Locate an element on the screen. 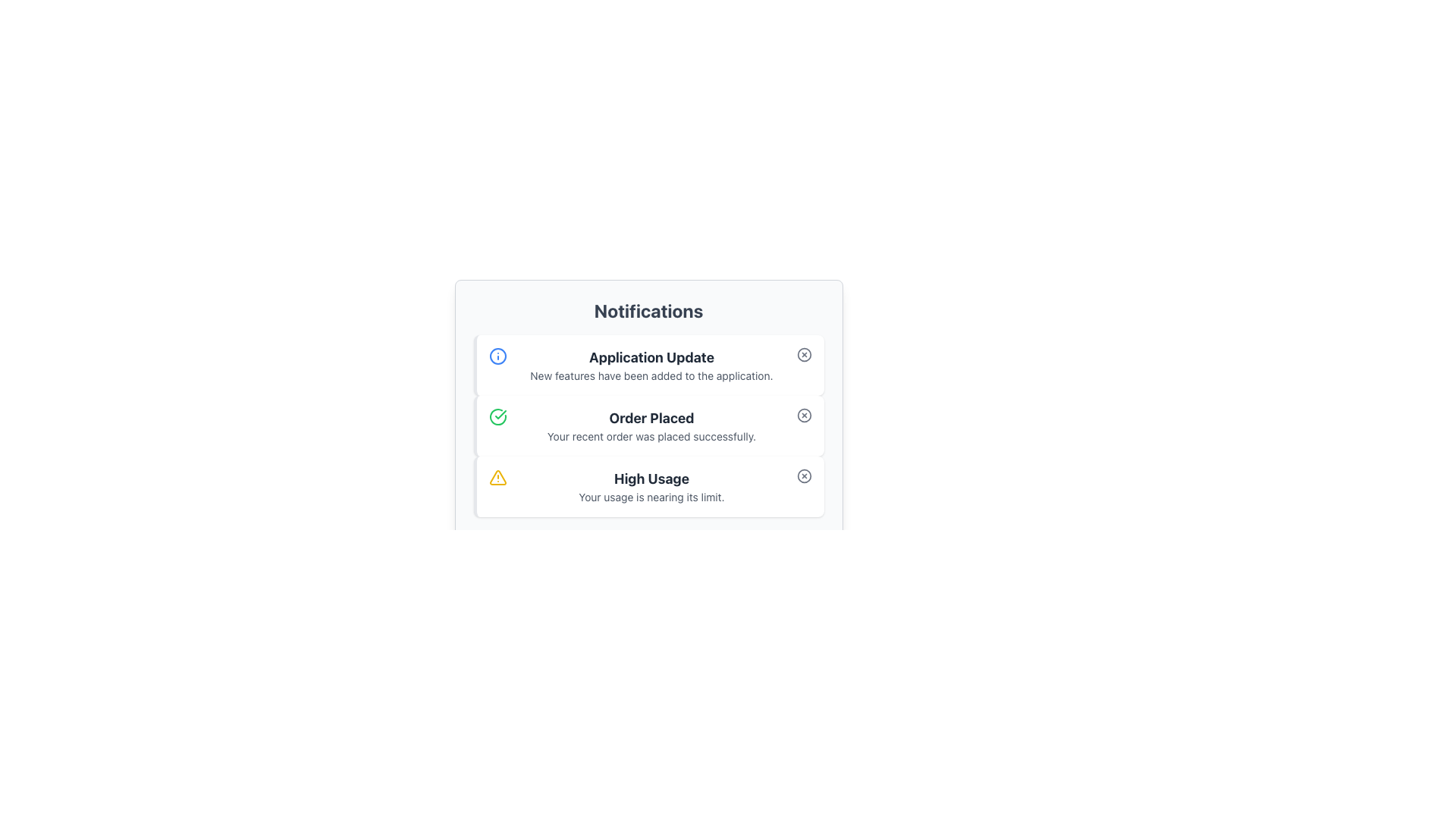 Image resolution: width=1456 pixels, height=819 pixels. the static text element that reads 'Your usage is nearing its limit.' which is styled in gray and appears below 'High Usage' is located at coordinates (651, 497).